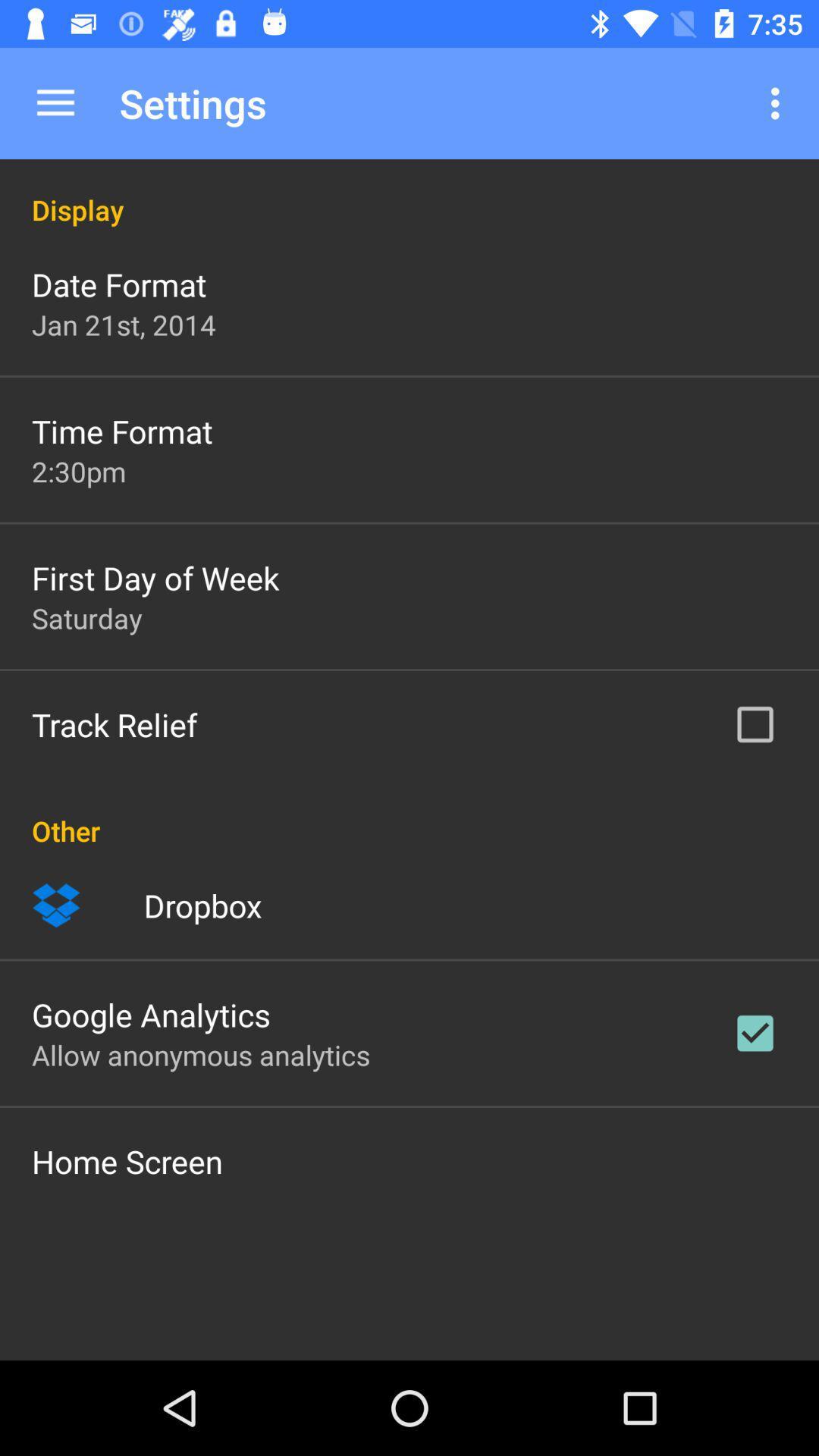 The width and height of the screenshot is (819, 1456). I want to click on date format item, so click(118, 284).